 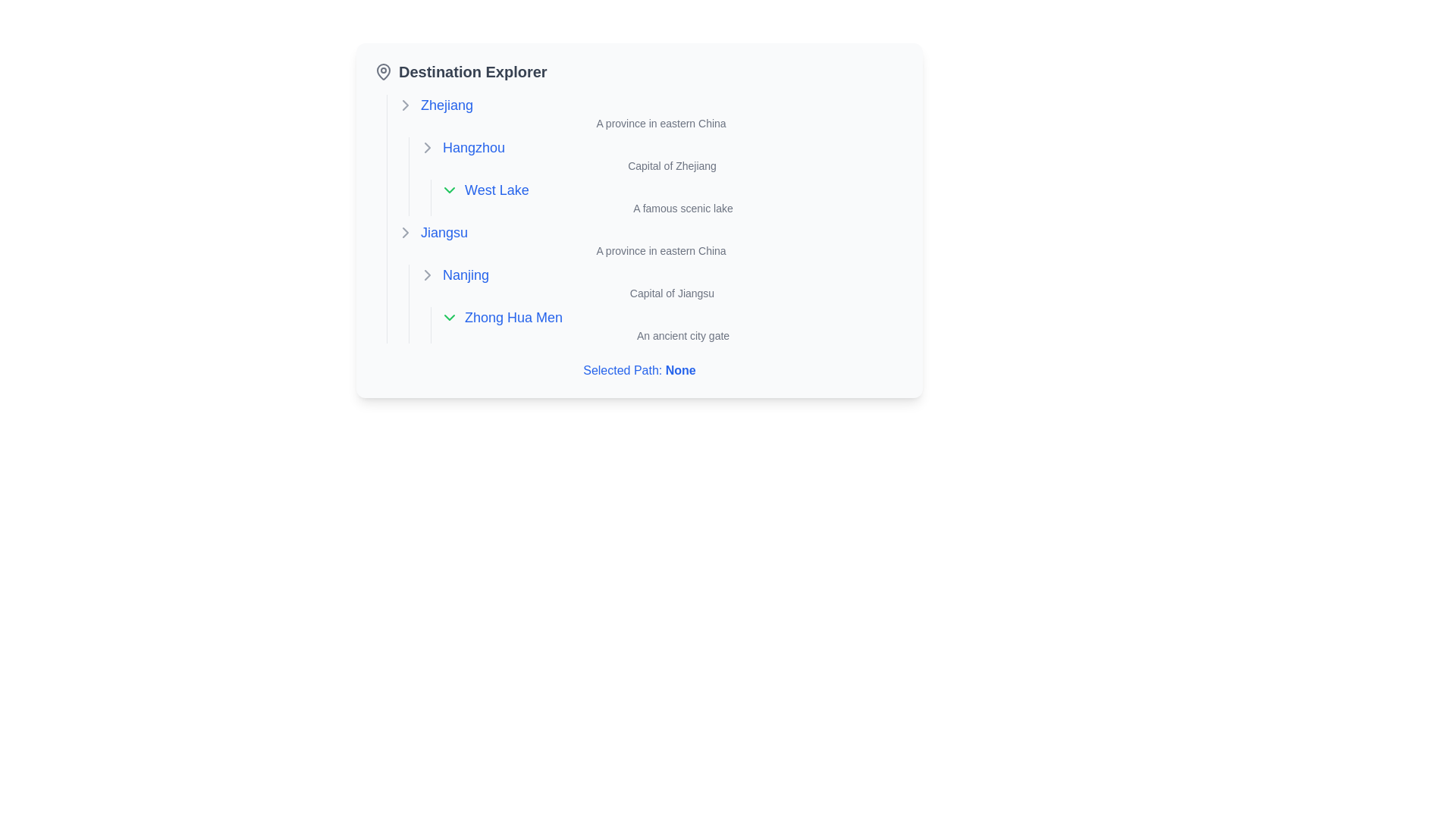 I want to click on the text display block that shows 'Zhong Hua Men' and 'An ancient city gate' located in the 'Destination Explorer' panel under the 'Nanjing' subsection, so click(x=667, y=324).